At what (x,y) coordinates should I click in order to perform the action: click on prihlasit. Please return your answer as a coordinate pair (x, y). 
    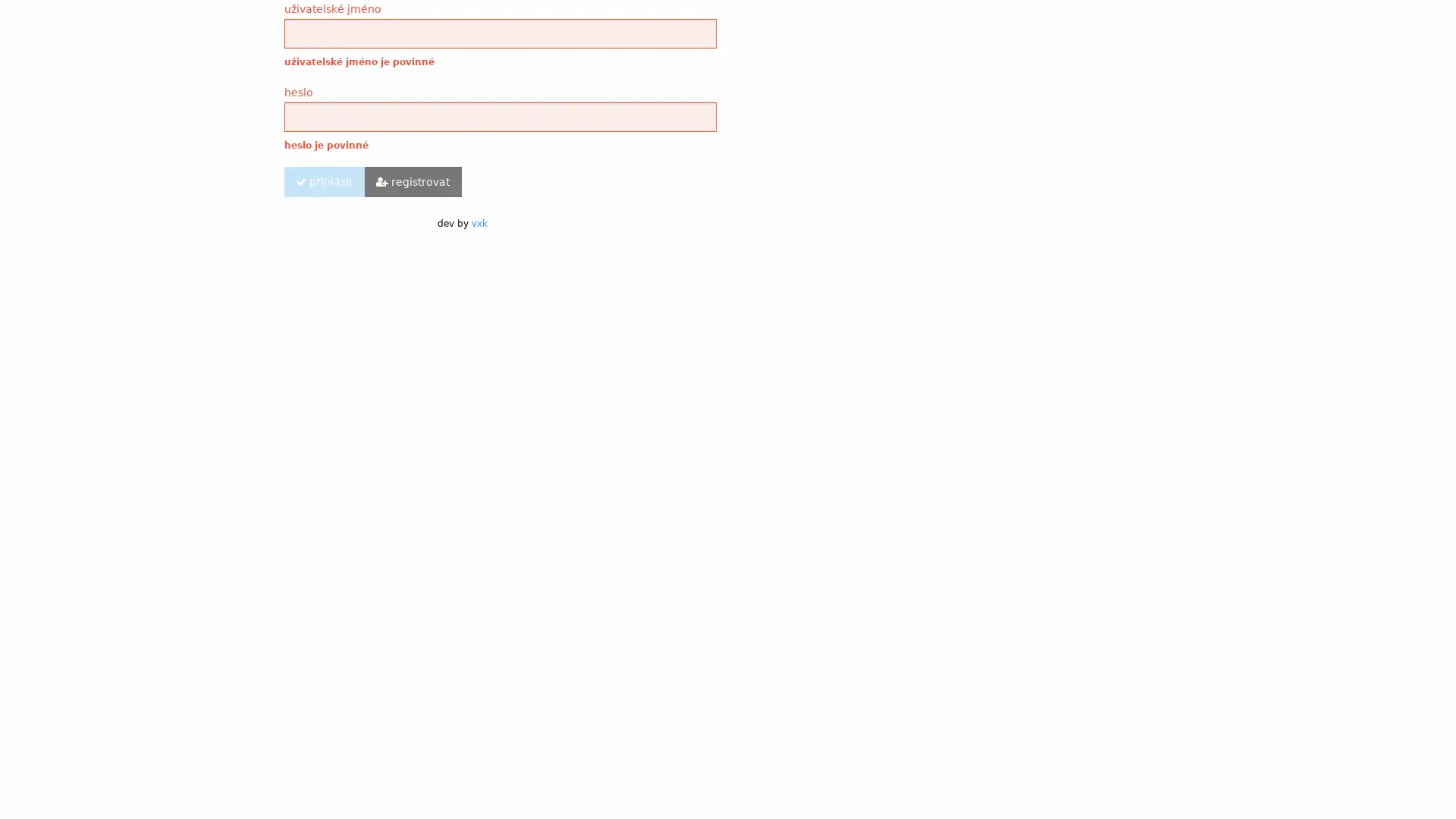
    Looking at the image, I should click on (323, 180).